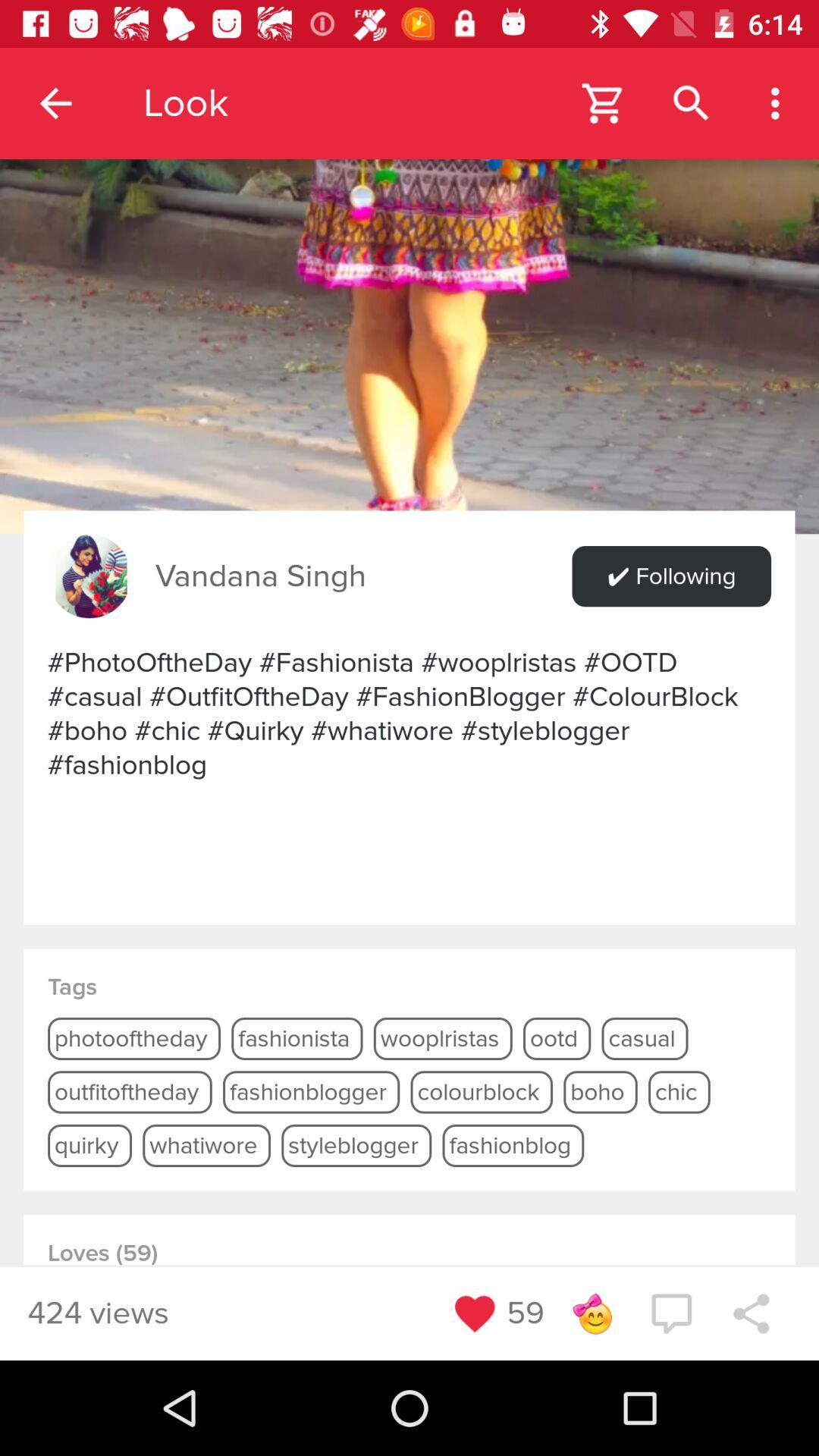 This screenshot has height=1456, width=819. I want to click on cart, so click(603, 102).